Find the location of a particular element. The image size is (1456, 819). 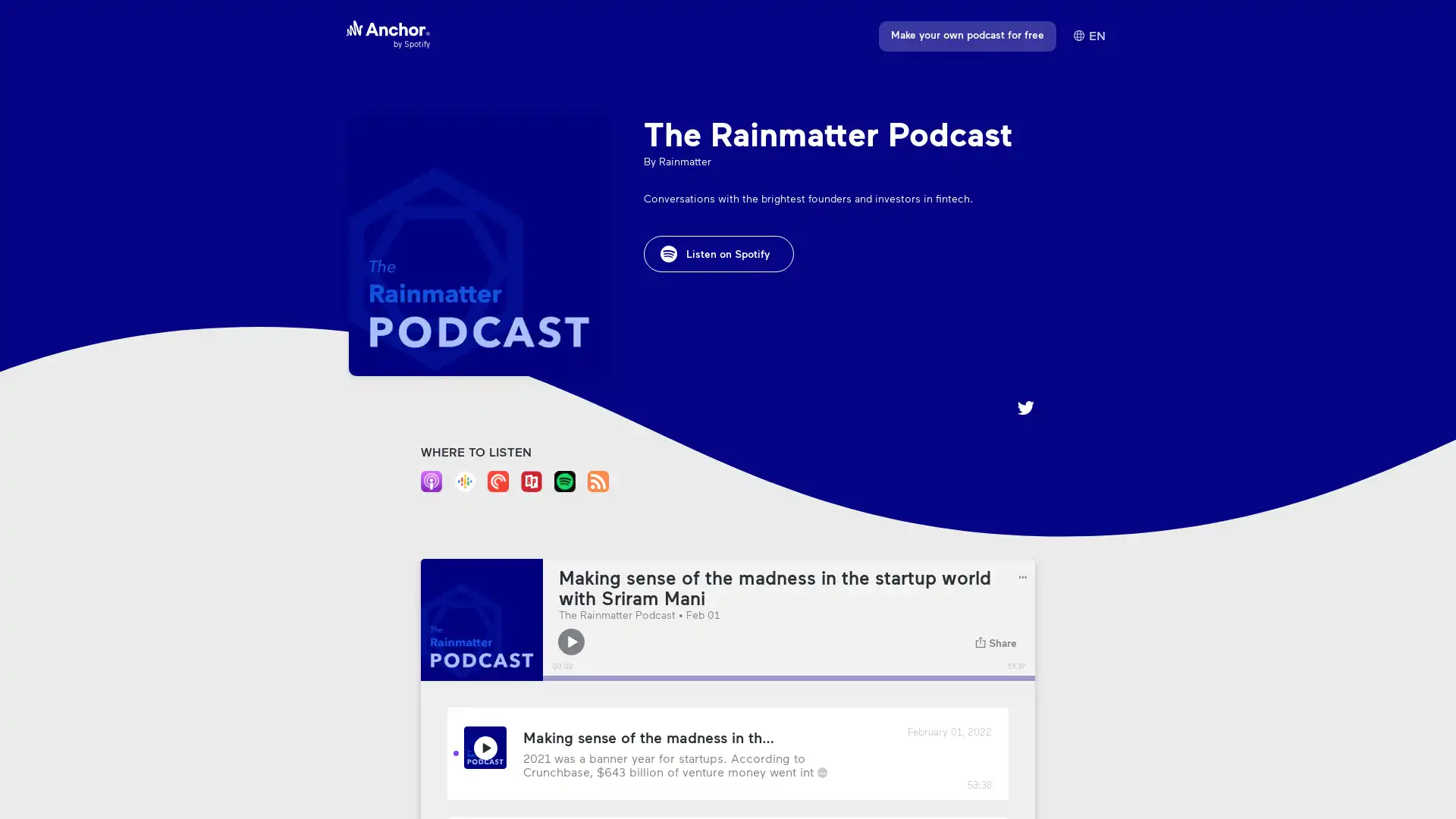

Play or pause is located at coordinates (570, 642).